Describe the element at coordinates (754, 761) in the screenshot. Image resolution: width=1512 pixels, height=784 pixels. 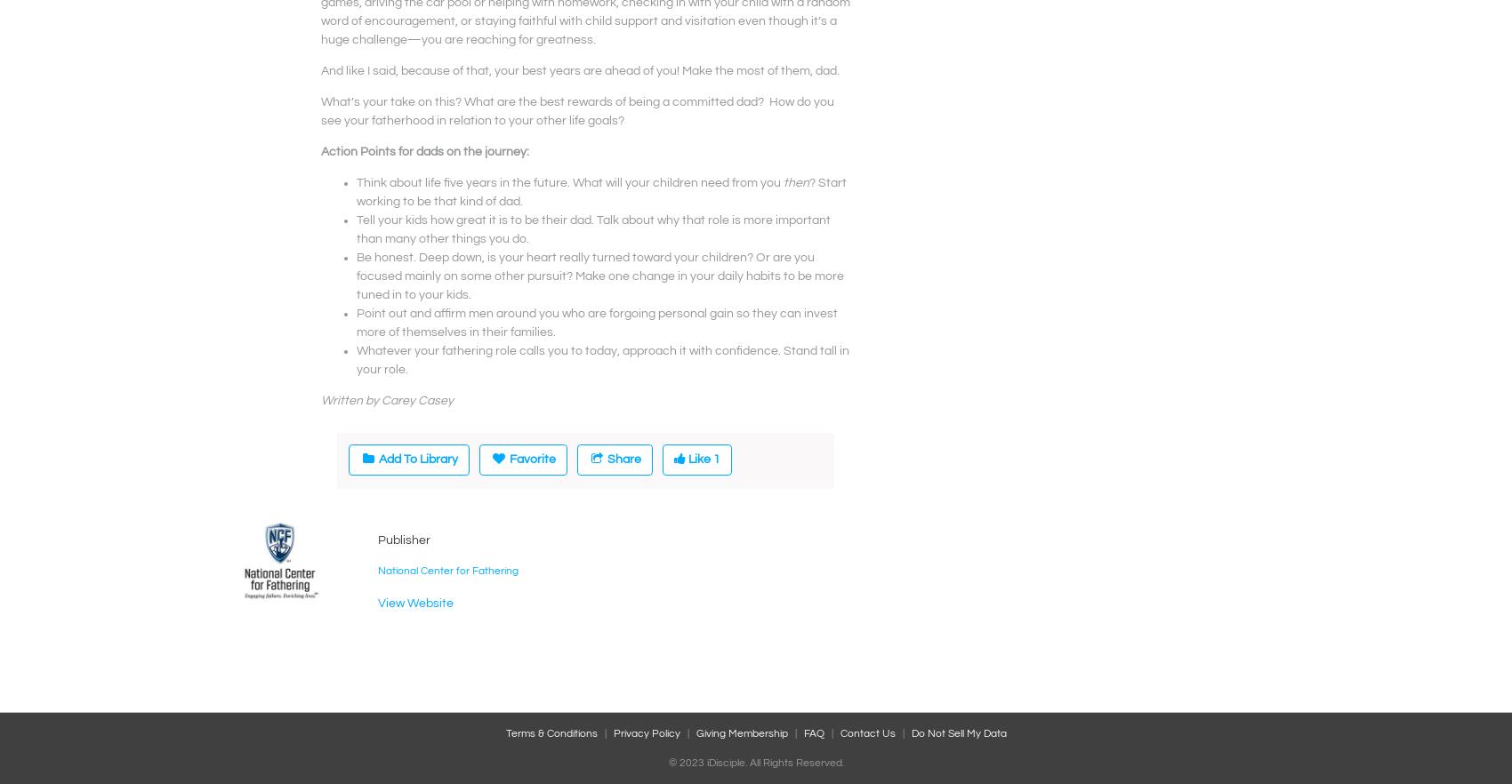
I see `'© 2023 iDisciple. All Rights Reserved.'` at that location.